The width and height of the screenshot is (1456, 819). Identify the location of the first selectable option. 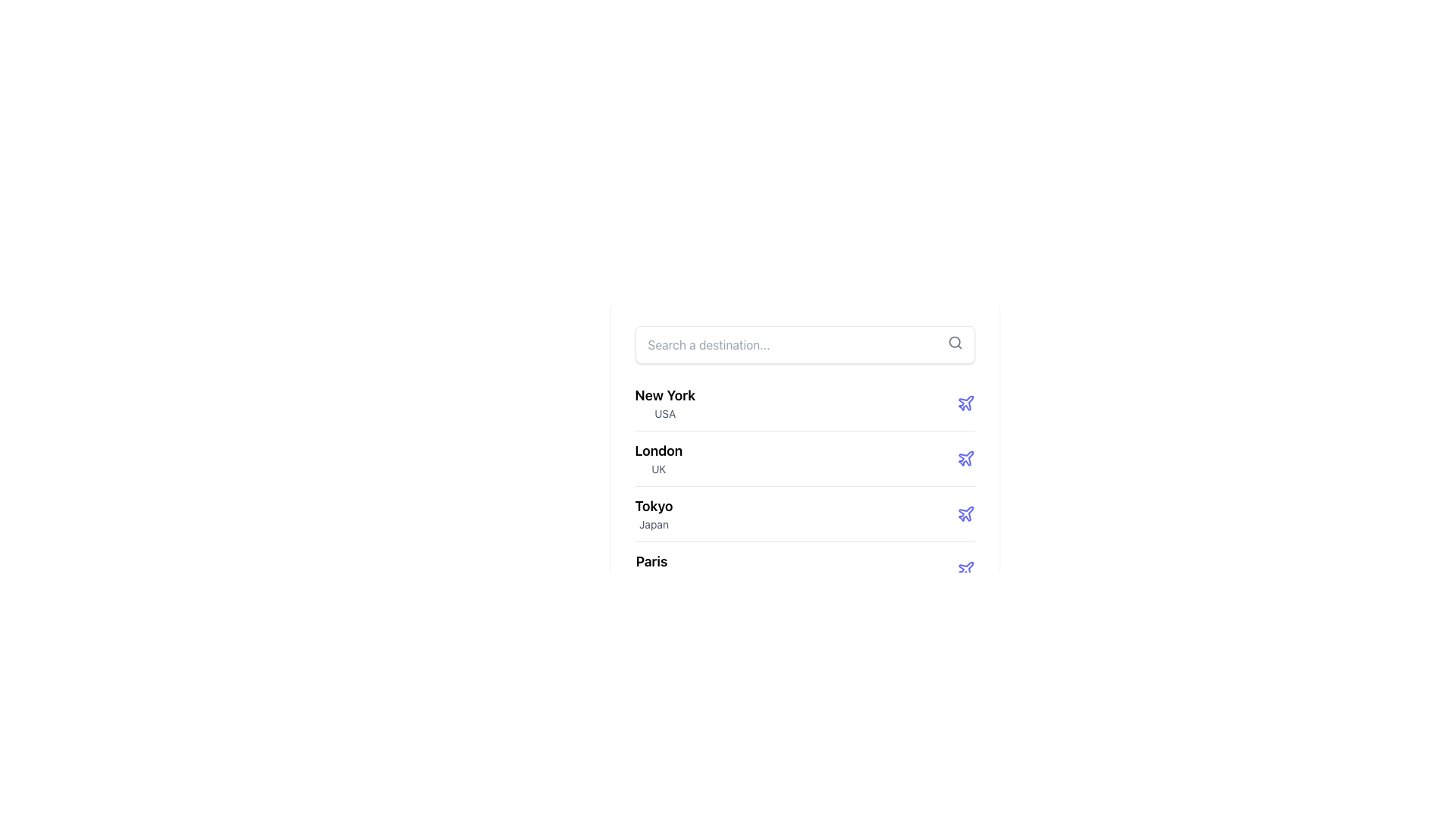
(804, 403).